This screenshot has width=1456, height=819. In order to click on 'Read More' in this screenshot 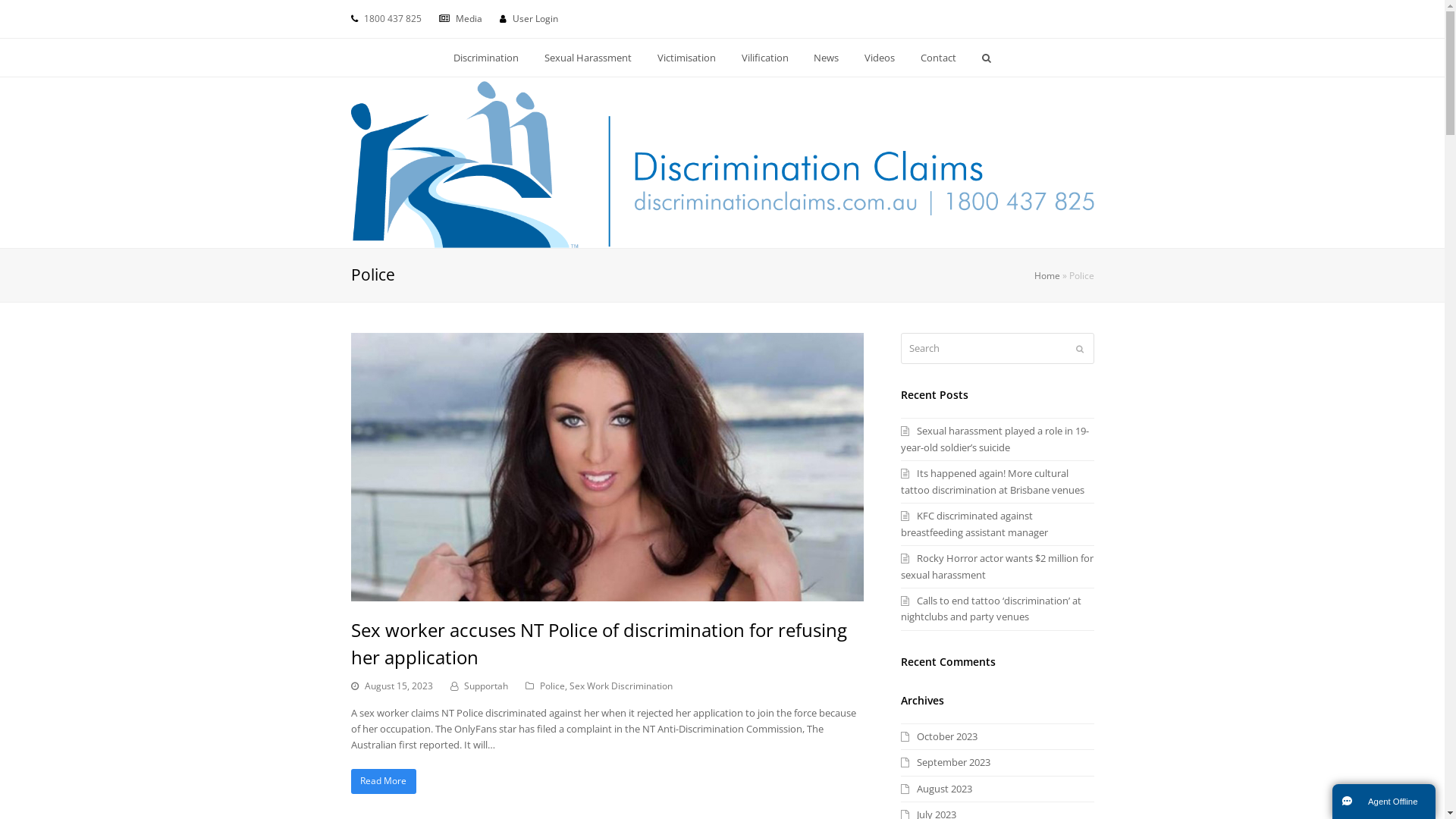, I will do `click(383, 781)`.